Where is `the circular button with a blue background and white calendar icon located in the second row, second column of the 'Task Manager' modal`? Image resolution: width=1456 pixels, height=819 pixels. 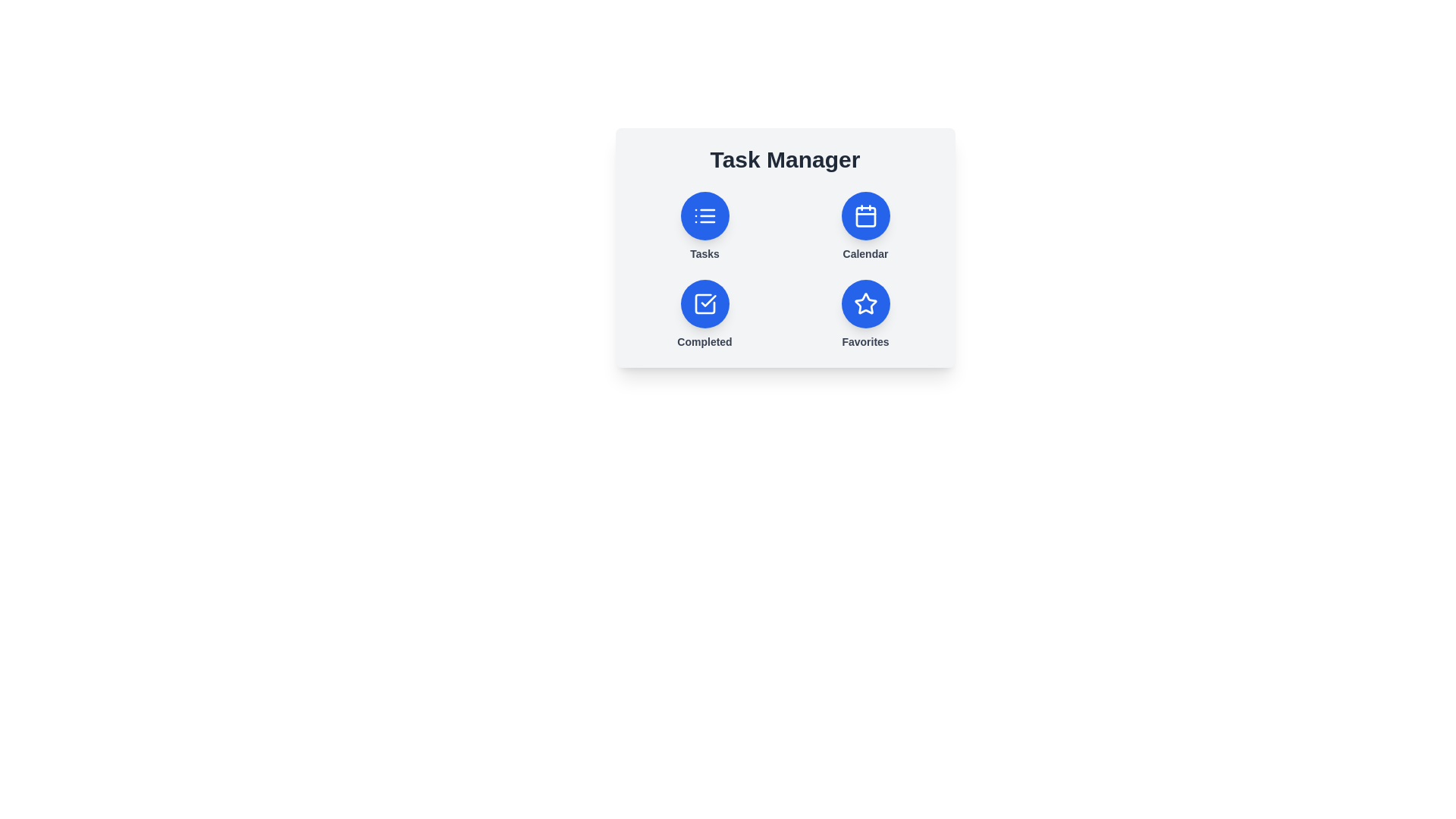
the circular button with a blue background and white calendar icon located in the second row, second column of the 'Task Manager' modal is located at coordinates (865, 216).